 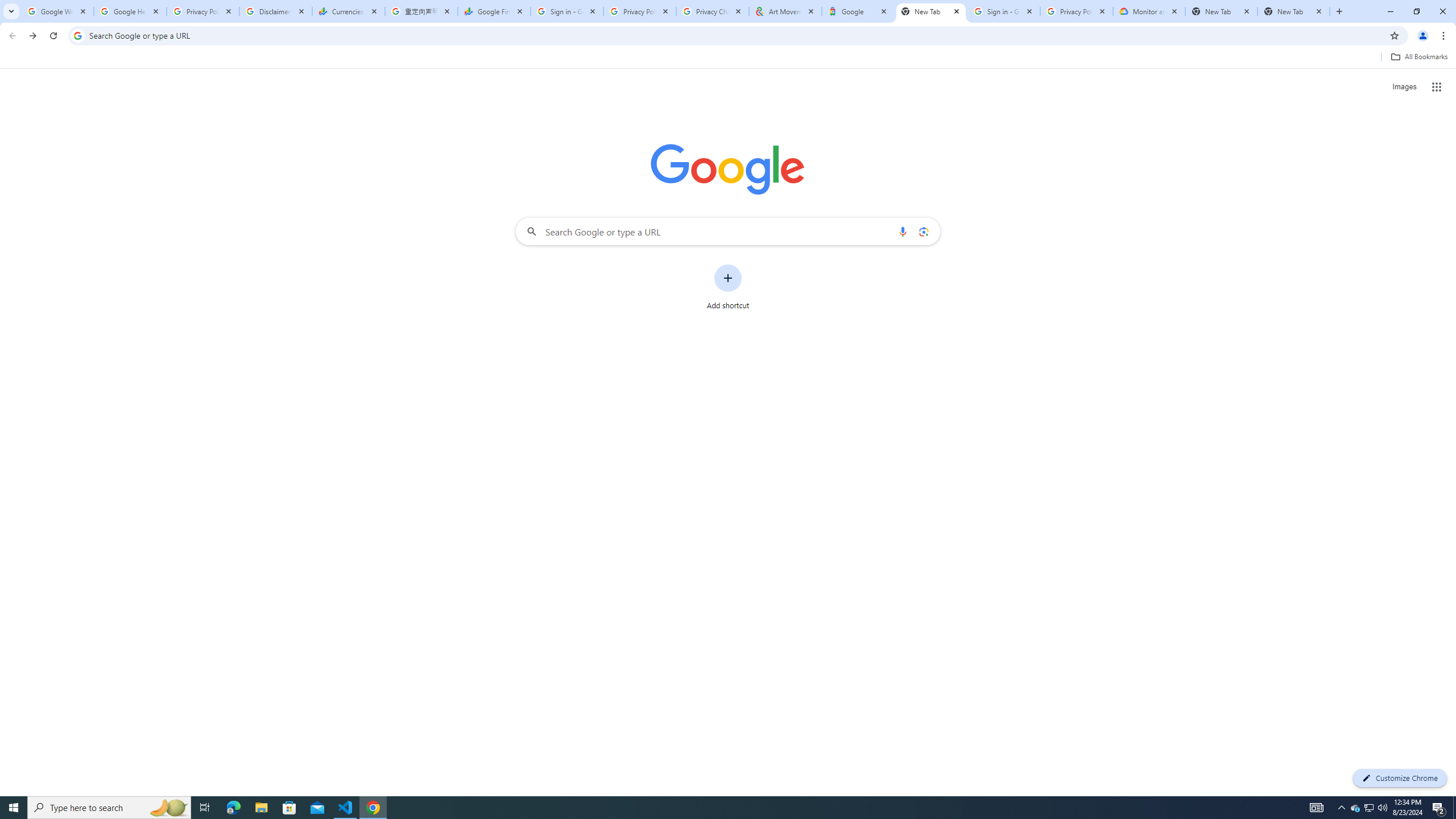 I want to click on 'New Tab', so click(x=1221, y=11).